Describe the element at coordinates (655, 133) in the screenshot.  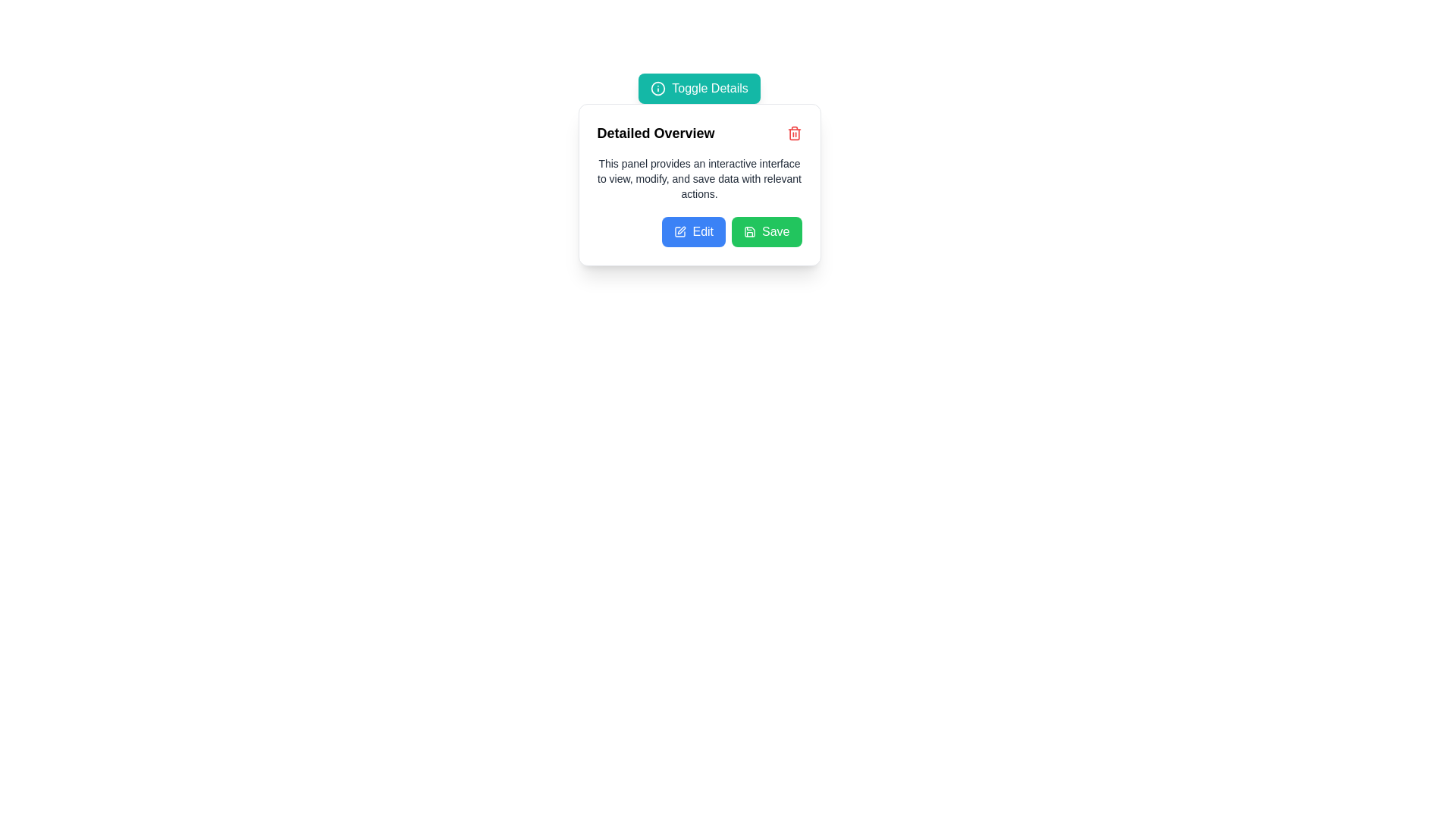
I see `the Text label that serves as the title or header for the modal, positioned centrally above the content area` at that location.